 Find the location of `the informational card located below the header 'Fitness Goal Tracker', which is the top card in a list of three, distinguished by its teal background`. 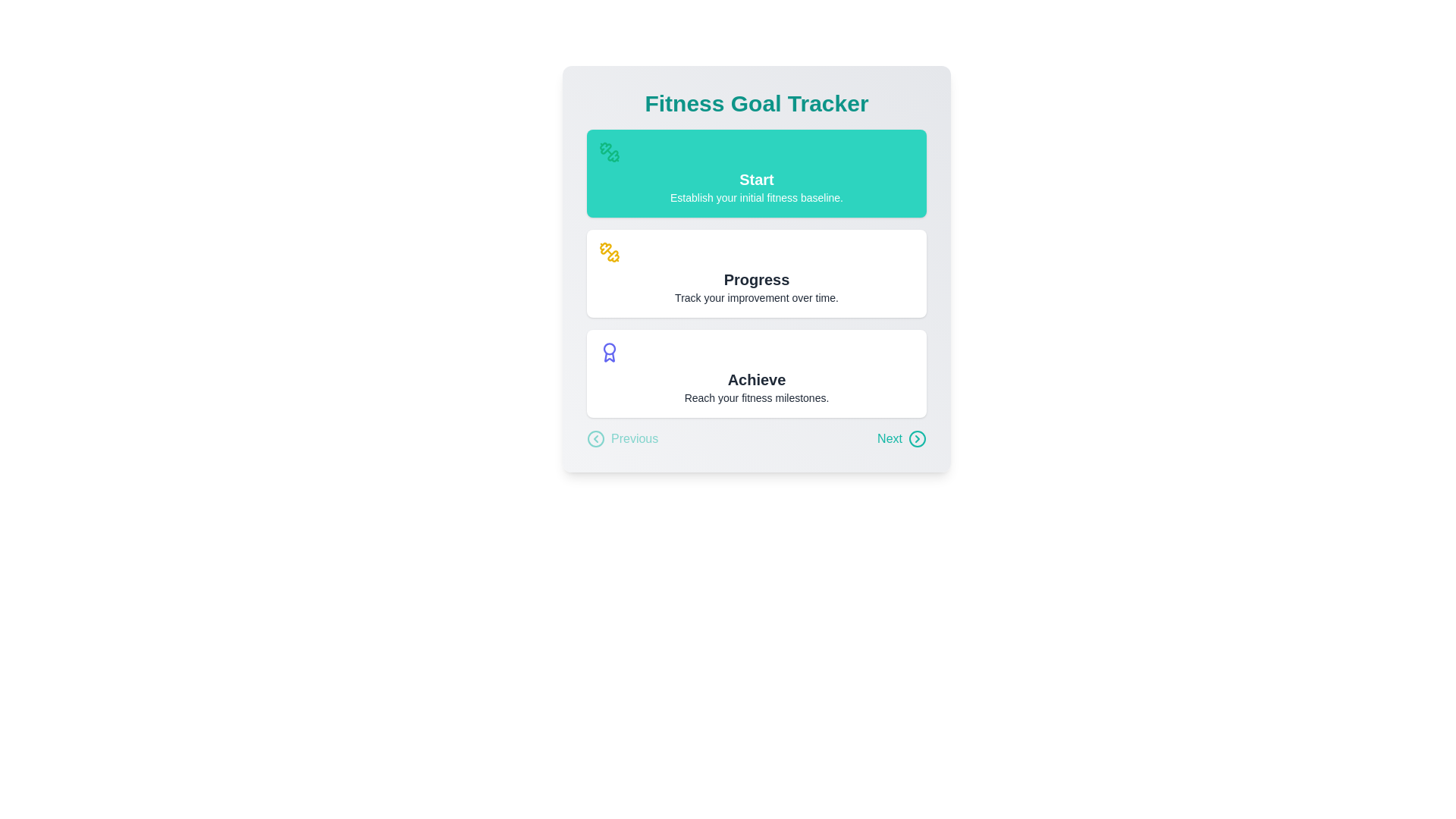

the informational card located below the header 'Fitness Goal Tracker', which is the top card in a list of three, distinguished by its teal background is located at coordinates (757, 172).